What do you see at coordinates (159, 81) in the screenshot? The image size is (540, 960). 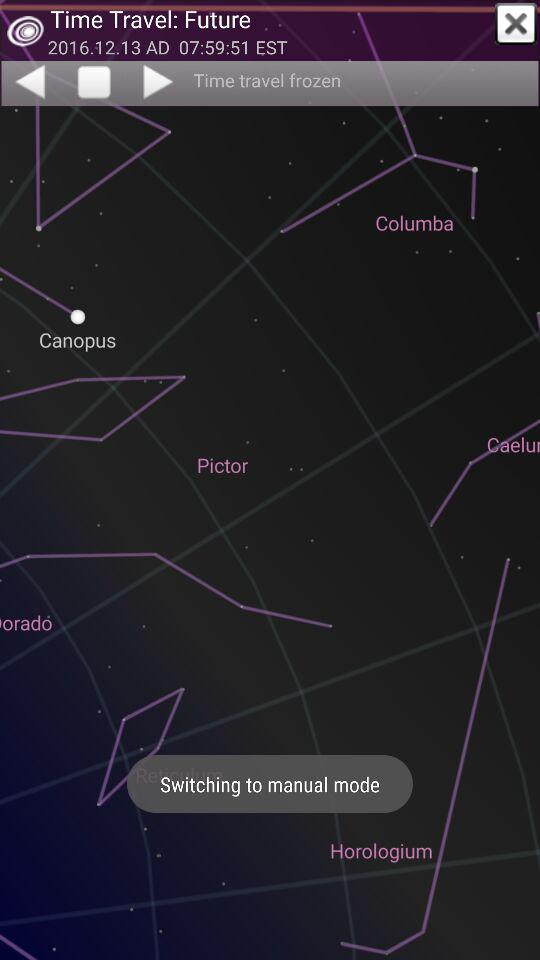 I see `the play icon` at bounding box center [159, 81].